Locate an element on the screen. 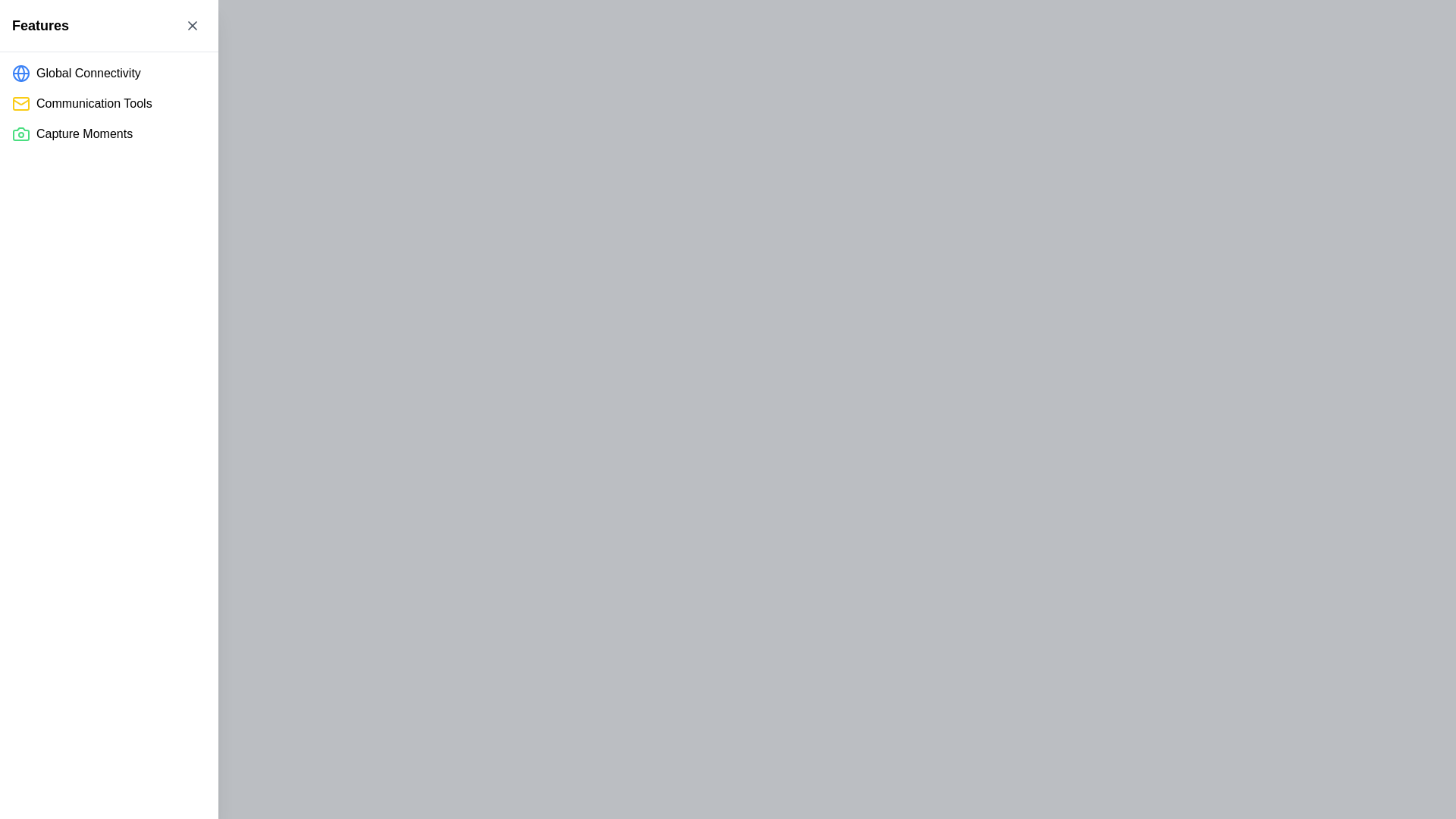  the 'Communication Tools' menu item, which is the second item in a vertical list of features in the sidebar menu is located at coordinates (108, 103).